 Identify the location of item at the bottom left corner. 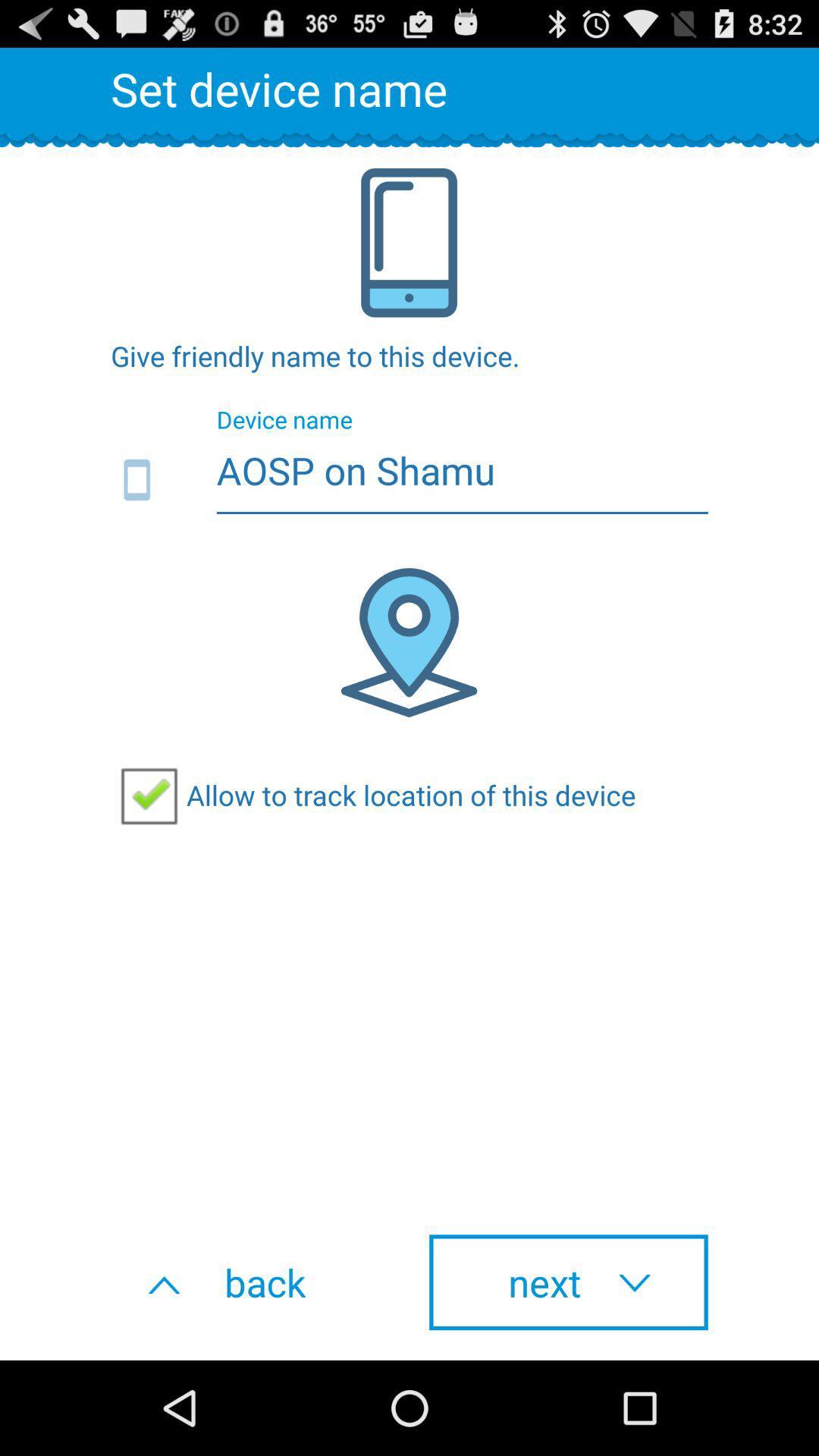
(249, 1282).